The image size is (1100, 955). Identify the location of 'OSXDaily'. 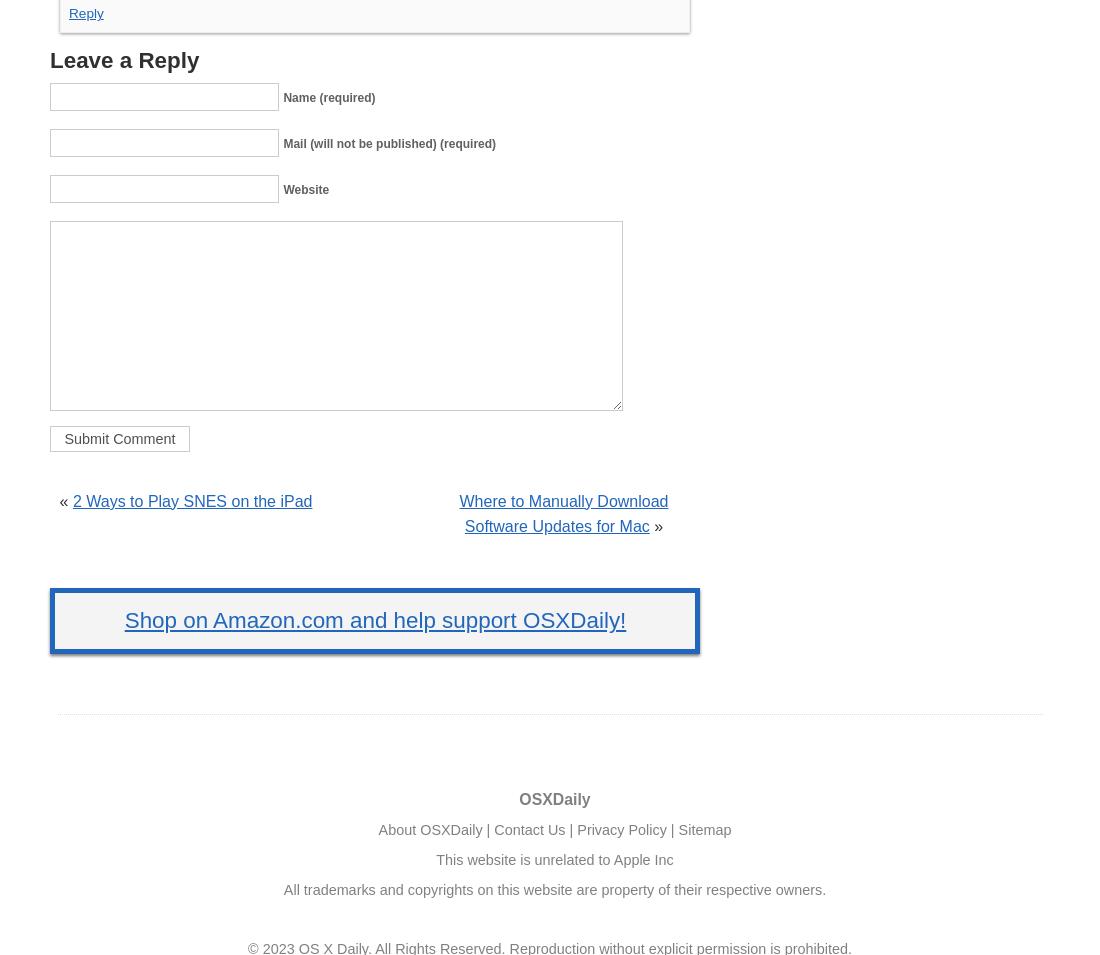
(518, 798).